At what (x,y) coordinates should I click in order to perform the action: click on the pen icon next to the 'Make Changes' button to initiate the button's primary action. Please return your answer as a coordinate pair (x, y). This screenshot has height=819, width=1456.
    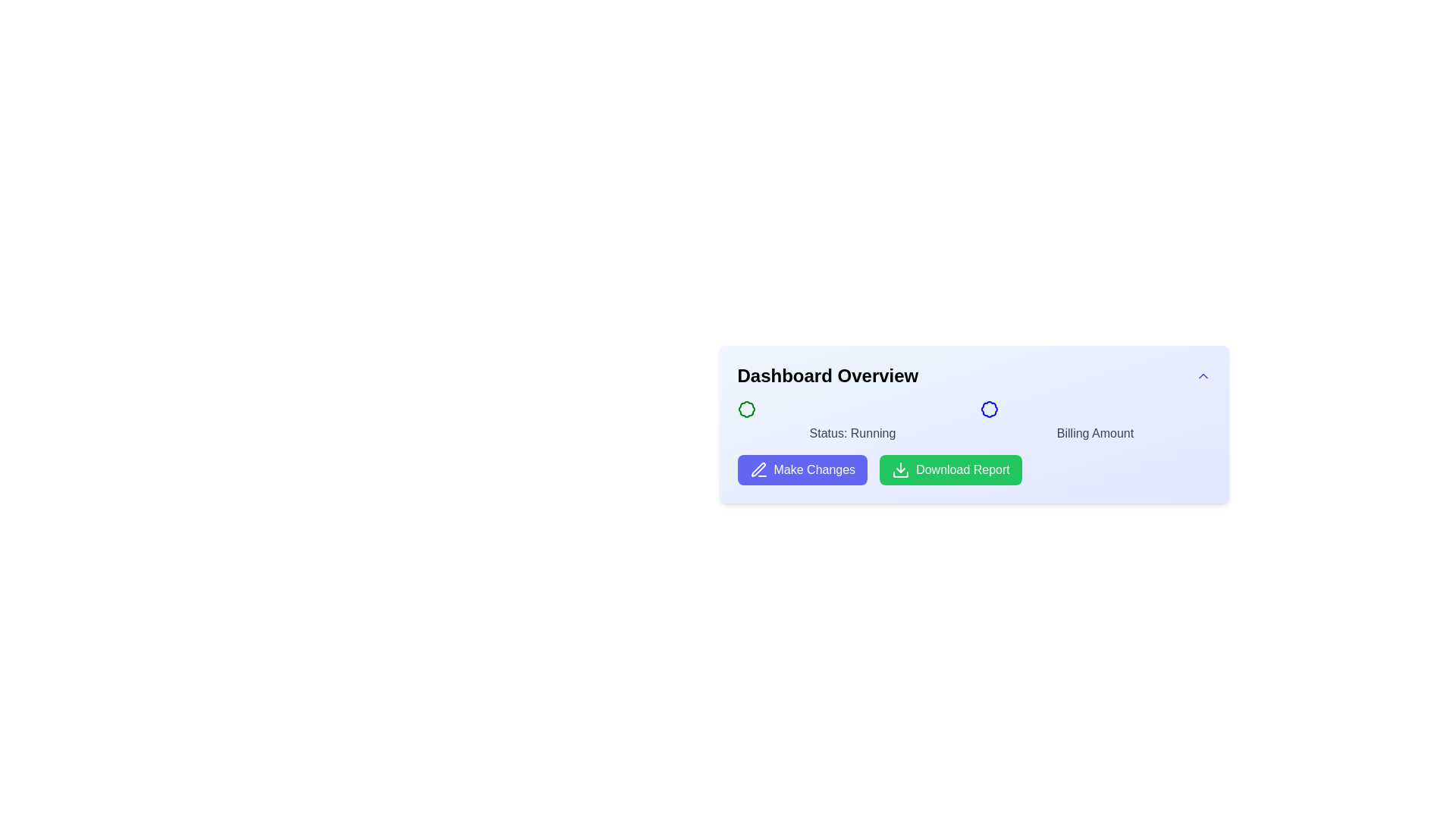
    Looking at the image, I should click on (758, 469).